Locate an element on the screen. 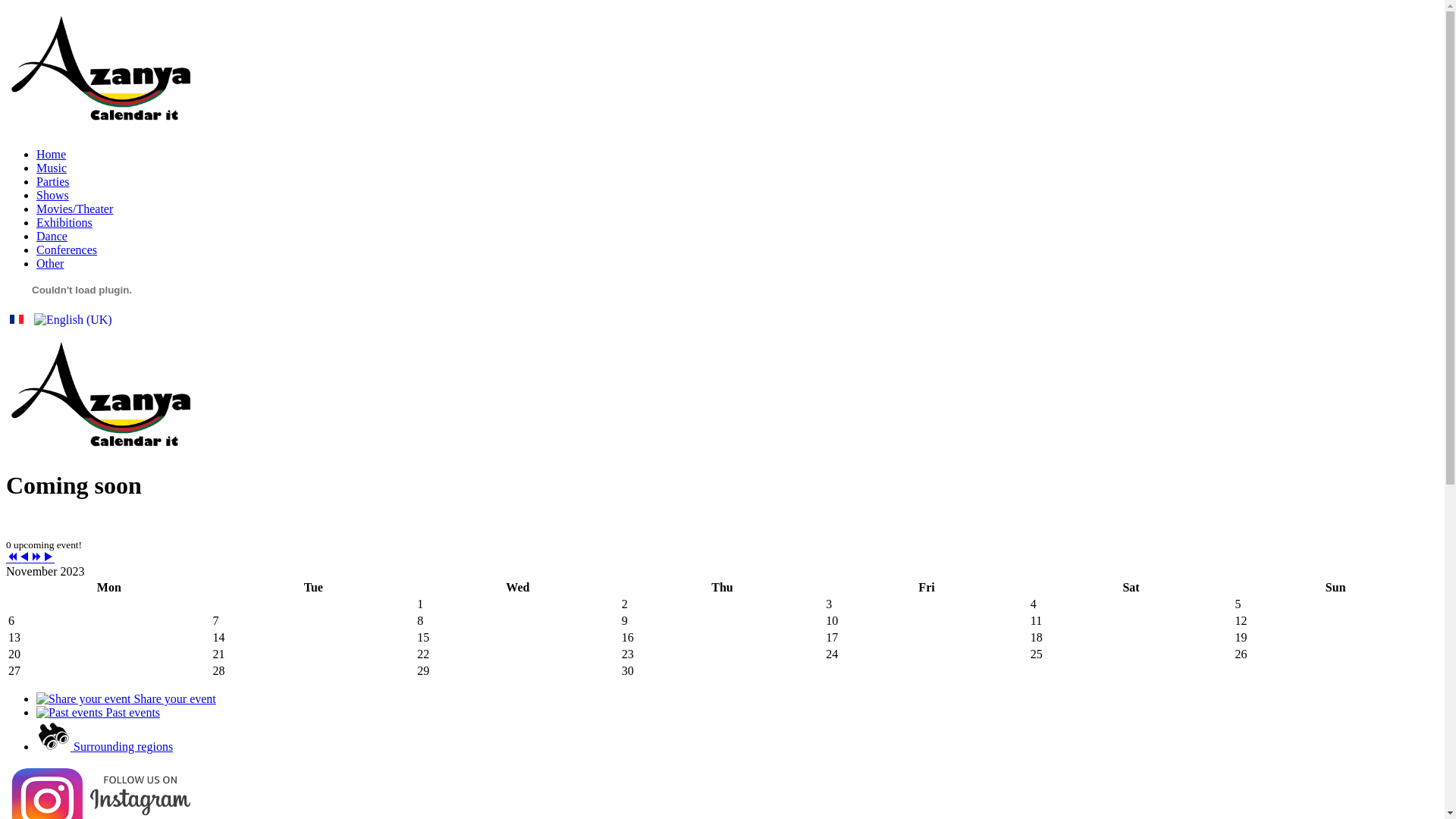 This screenshot has width=1456, height=819. 'Shows' is located at coordinates (52, 194).